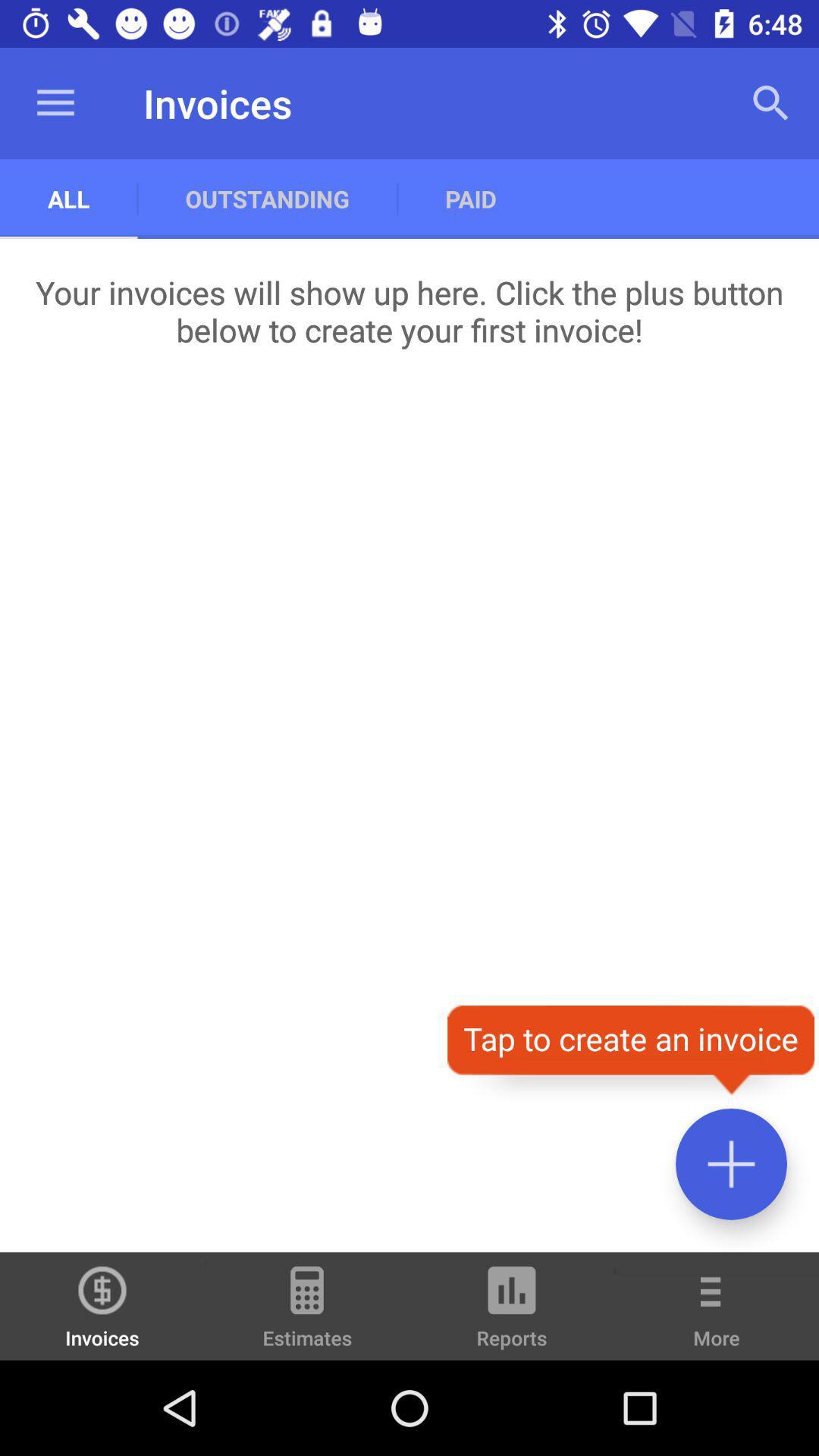 The image size is (819, 1456). What do you see at coordinates (266, 198) in the screenshot?
I see `the app to the right of the all app` at bounding box center [266, 198].